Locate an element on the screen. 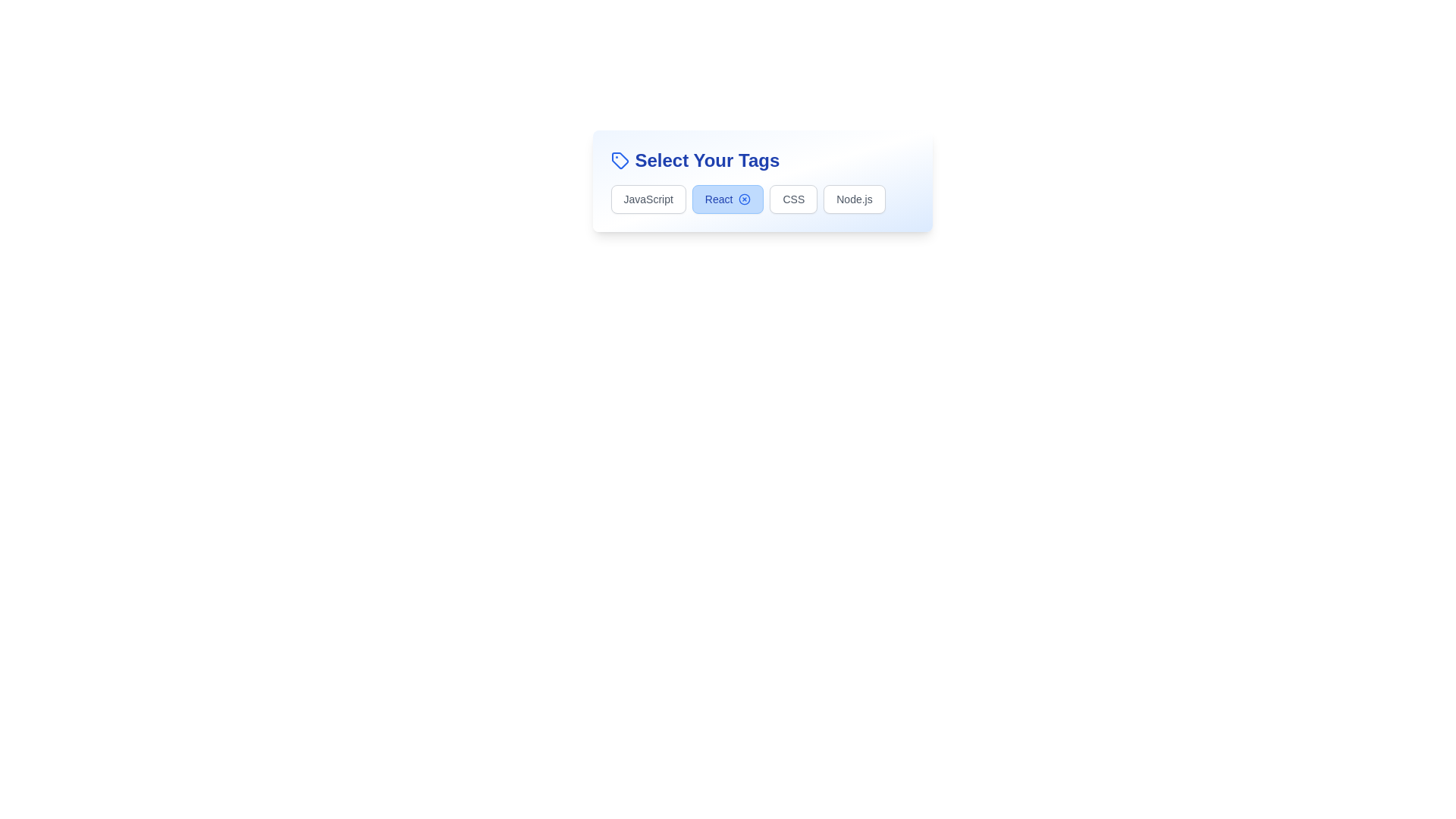 The height and width of the screenshot is (819, 1456). the rectangular button labeled 'JavaScript' with a white background and gray border is located at coordinates (648, 198).